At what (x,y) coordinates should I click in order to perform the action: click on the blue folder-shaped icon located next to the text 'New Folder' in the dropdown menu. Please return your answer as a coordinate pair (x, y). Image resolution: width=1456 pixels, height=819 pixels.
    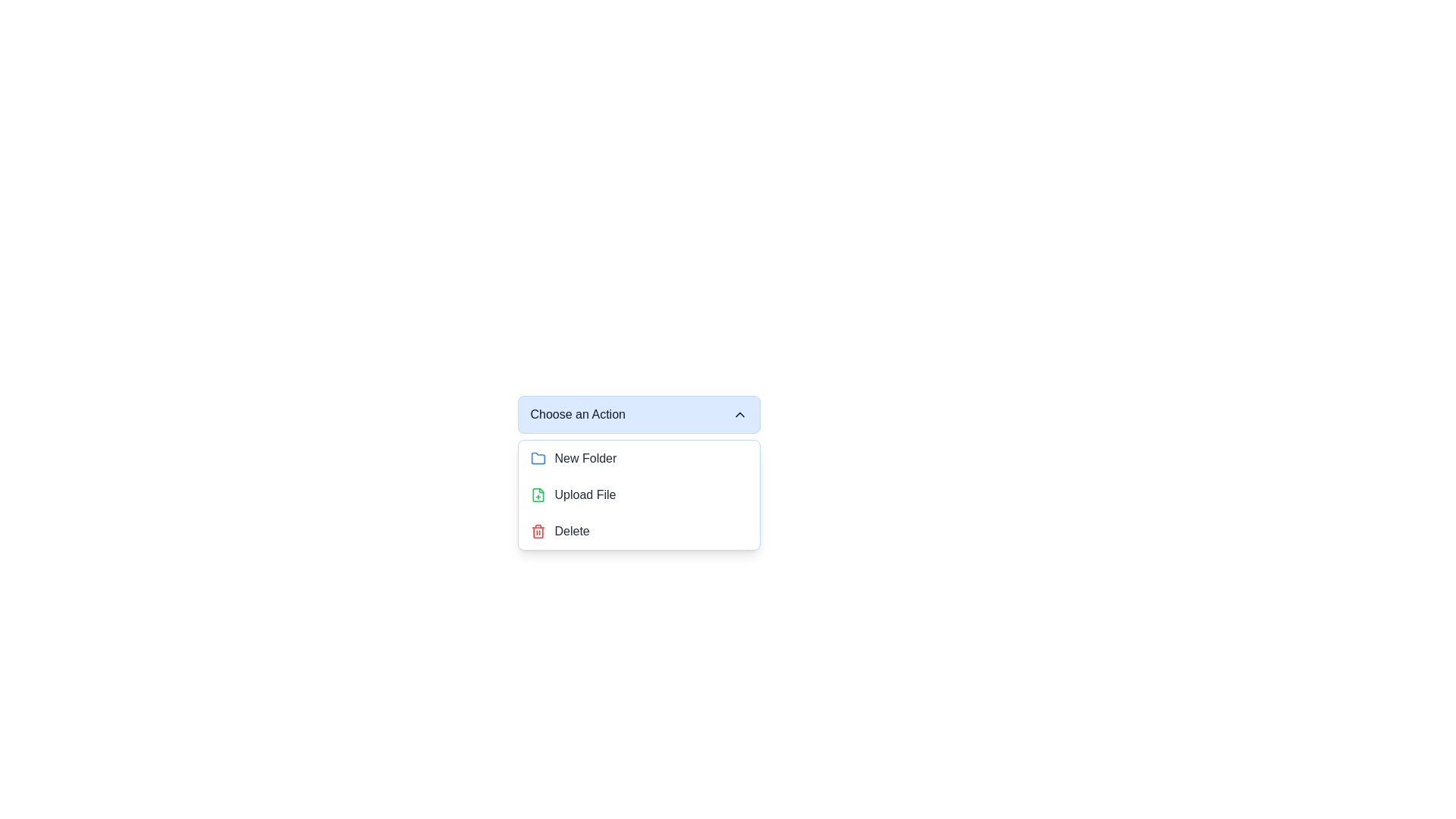
    Looking at the image, I should click on (538, 458).